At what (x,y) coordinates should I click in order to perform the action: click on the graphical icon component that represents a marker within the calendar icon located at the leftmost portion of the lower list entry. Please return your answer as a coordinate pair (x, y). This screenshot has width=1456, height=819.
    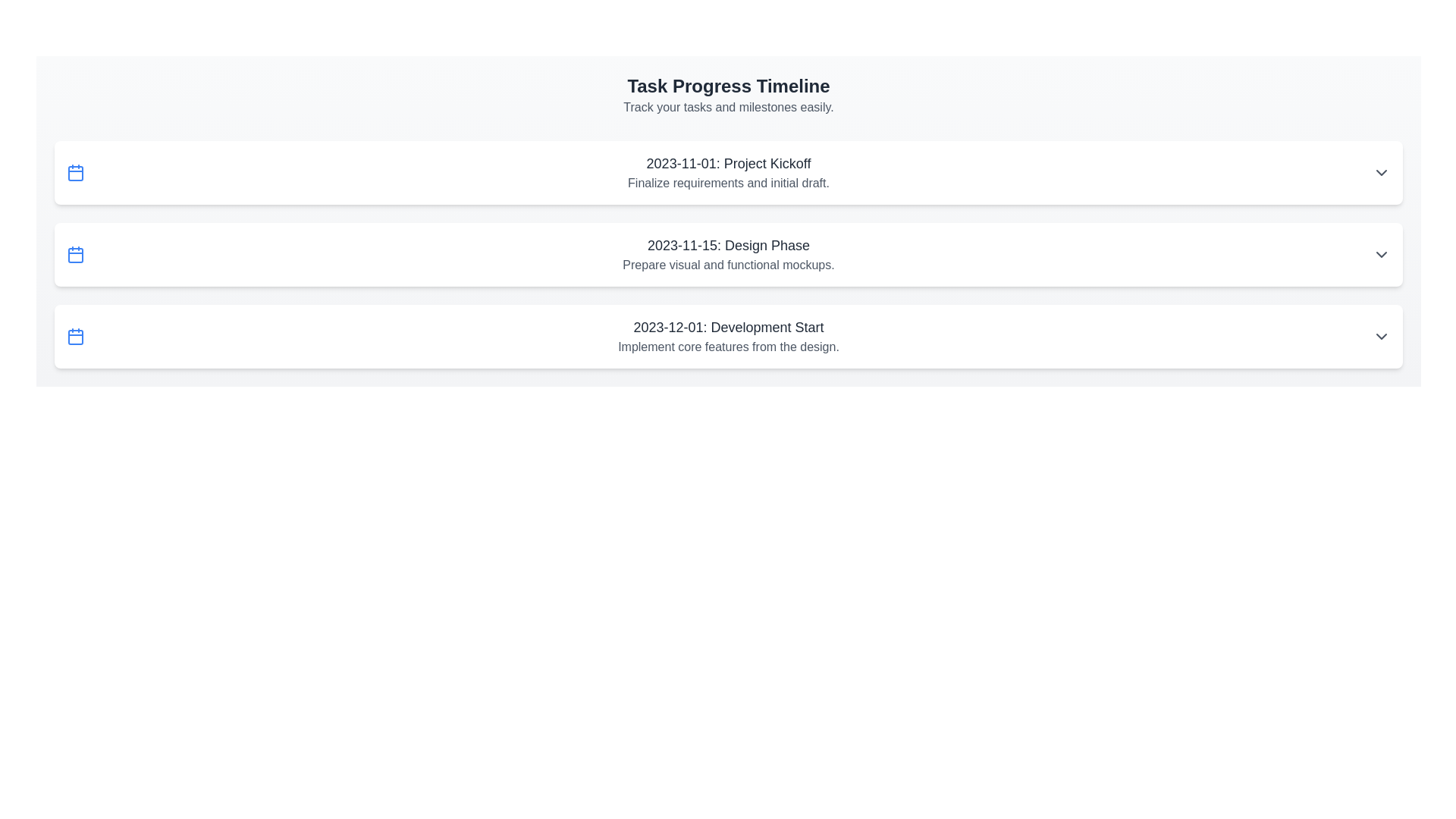
    Looking at the image, I should click on (75, 336).